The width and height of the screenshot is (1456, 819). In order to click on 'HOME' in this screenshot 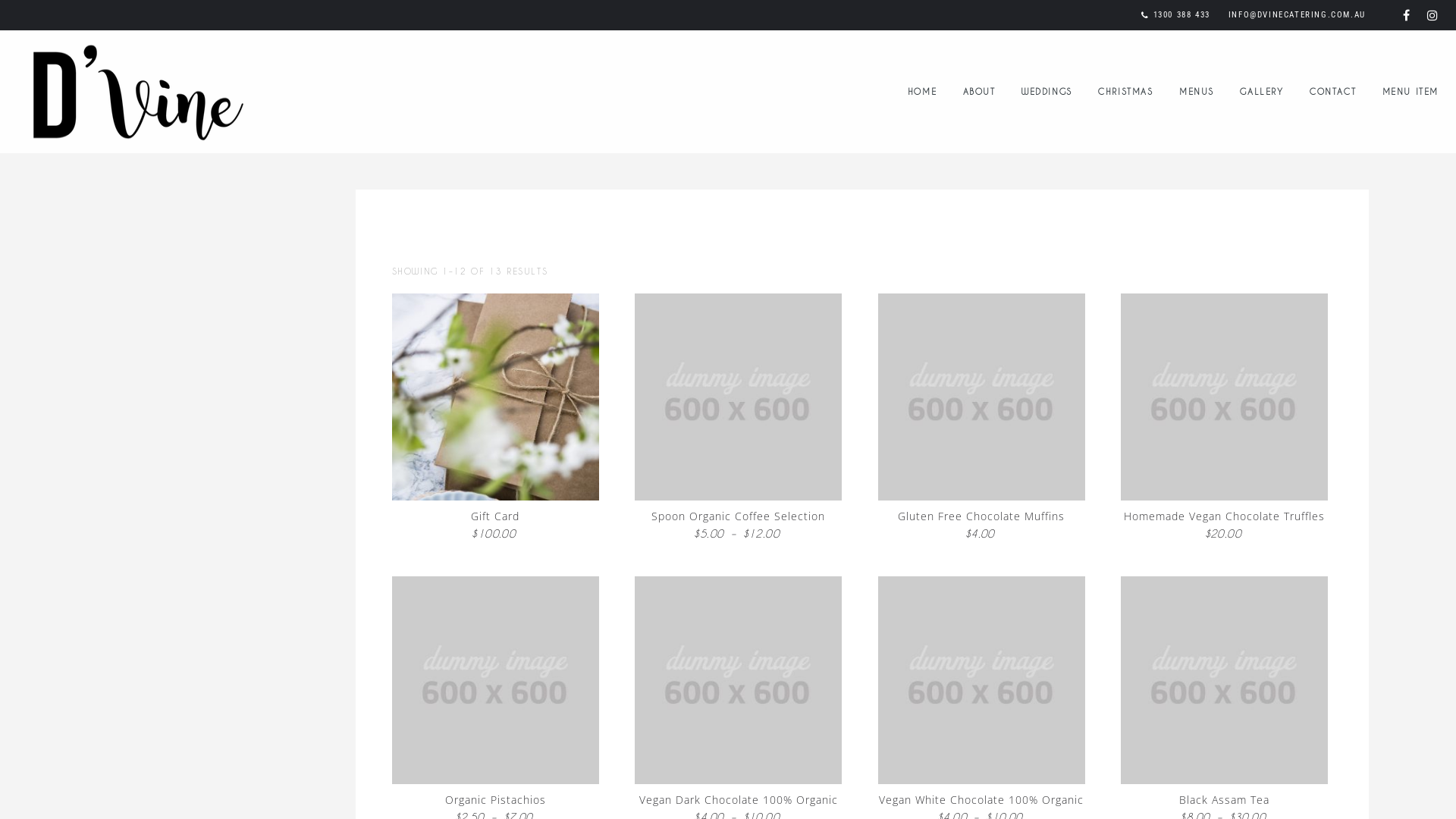, I will do `click(921, 90)`.